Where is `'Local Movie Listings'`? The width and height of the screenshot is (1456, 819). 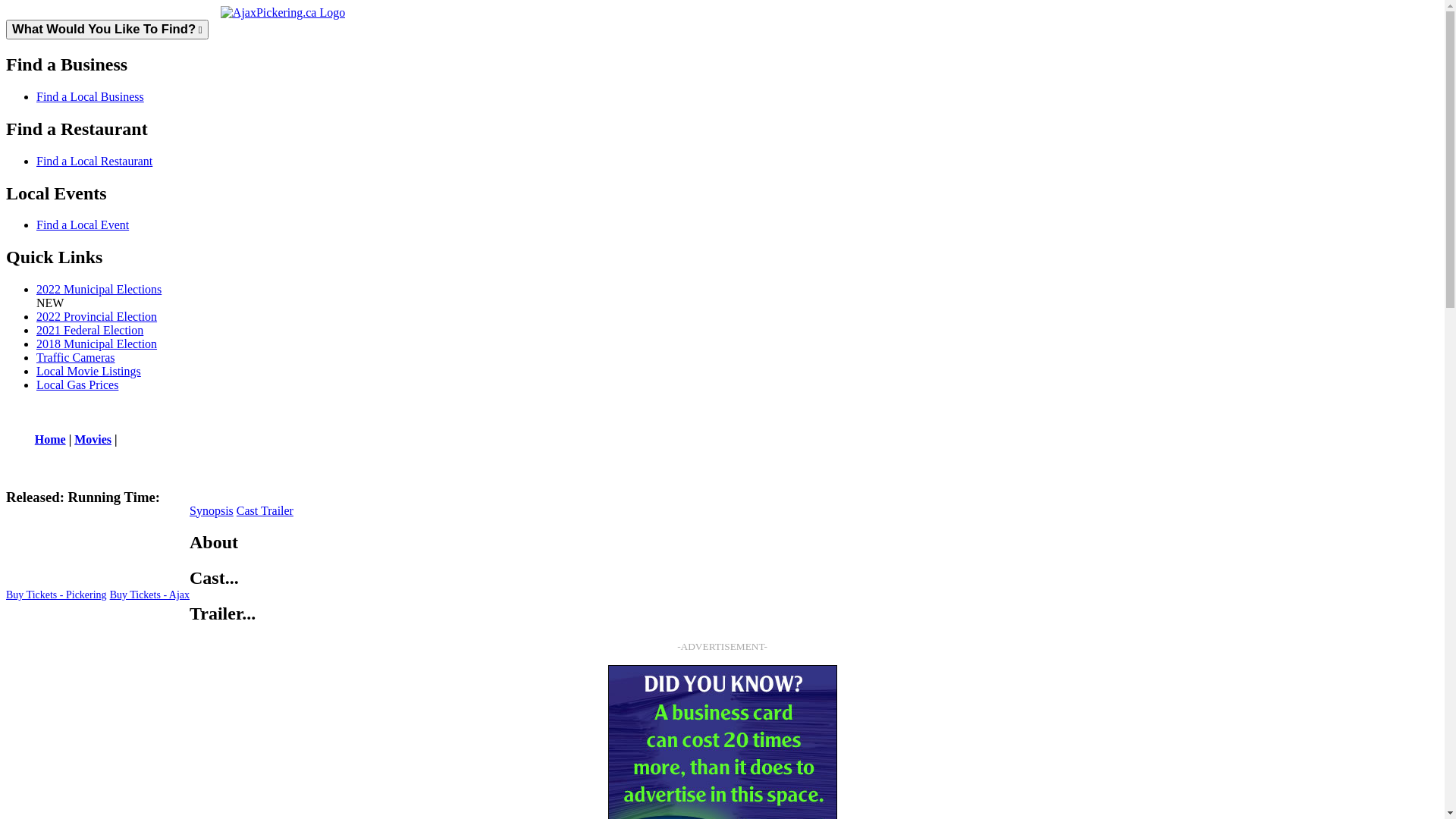
'Local Movie Listings' is located at coordinates (87, 371).